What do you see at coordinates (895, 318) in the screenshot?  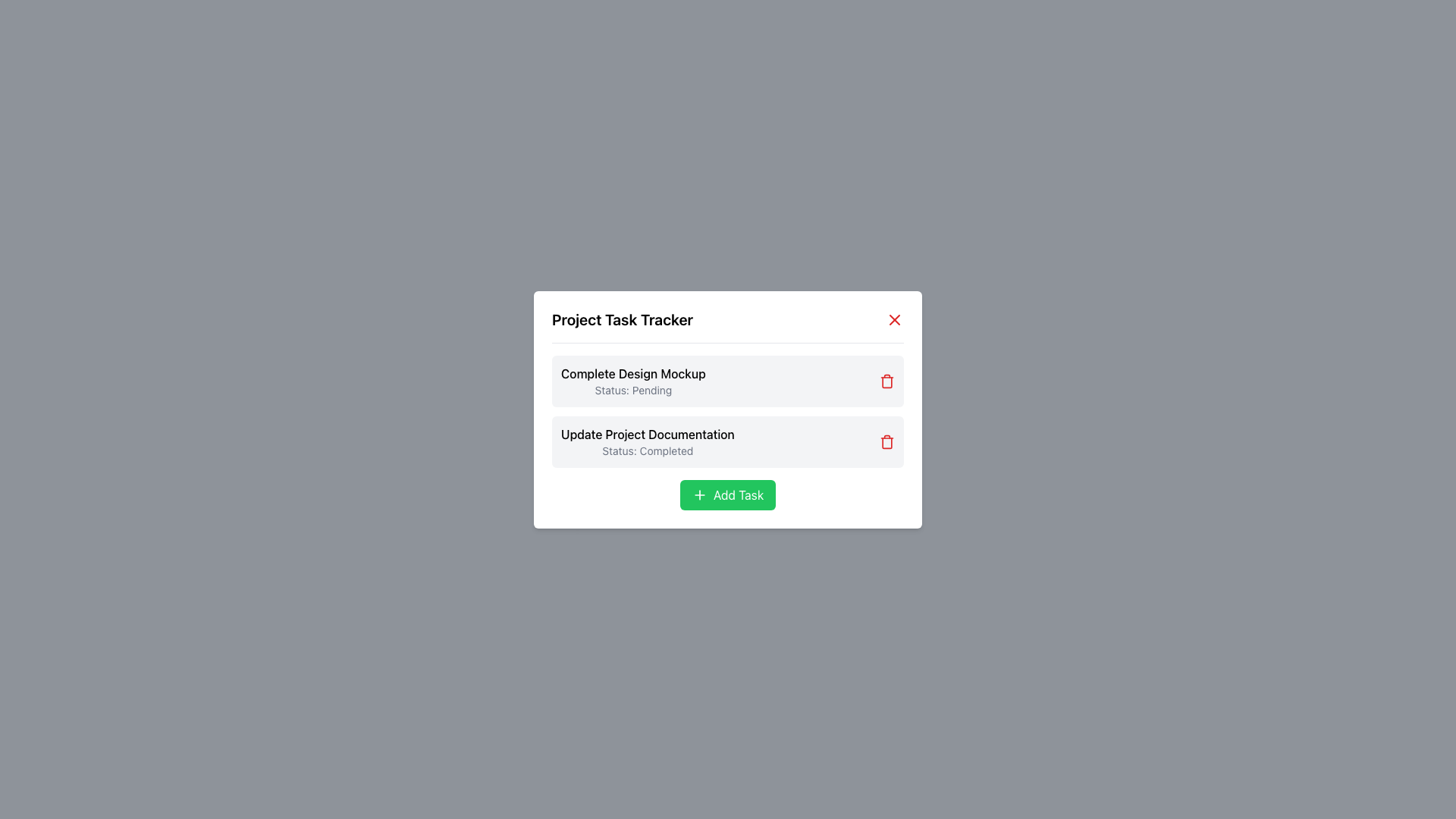 I see `the red 'X' icon button in the top-right corner of the 'Project Task Tracker' modal dialog` at bounding box center [895, 318].